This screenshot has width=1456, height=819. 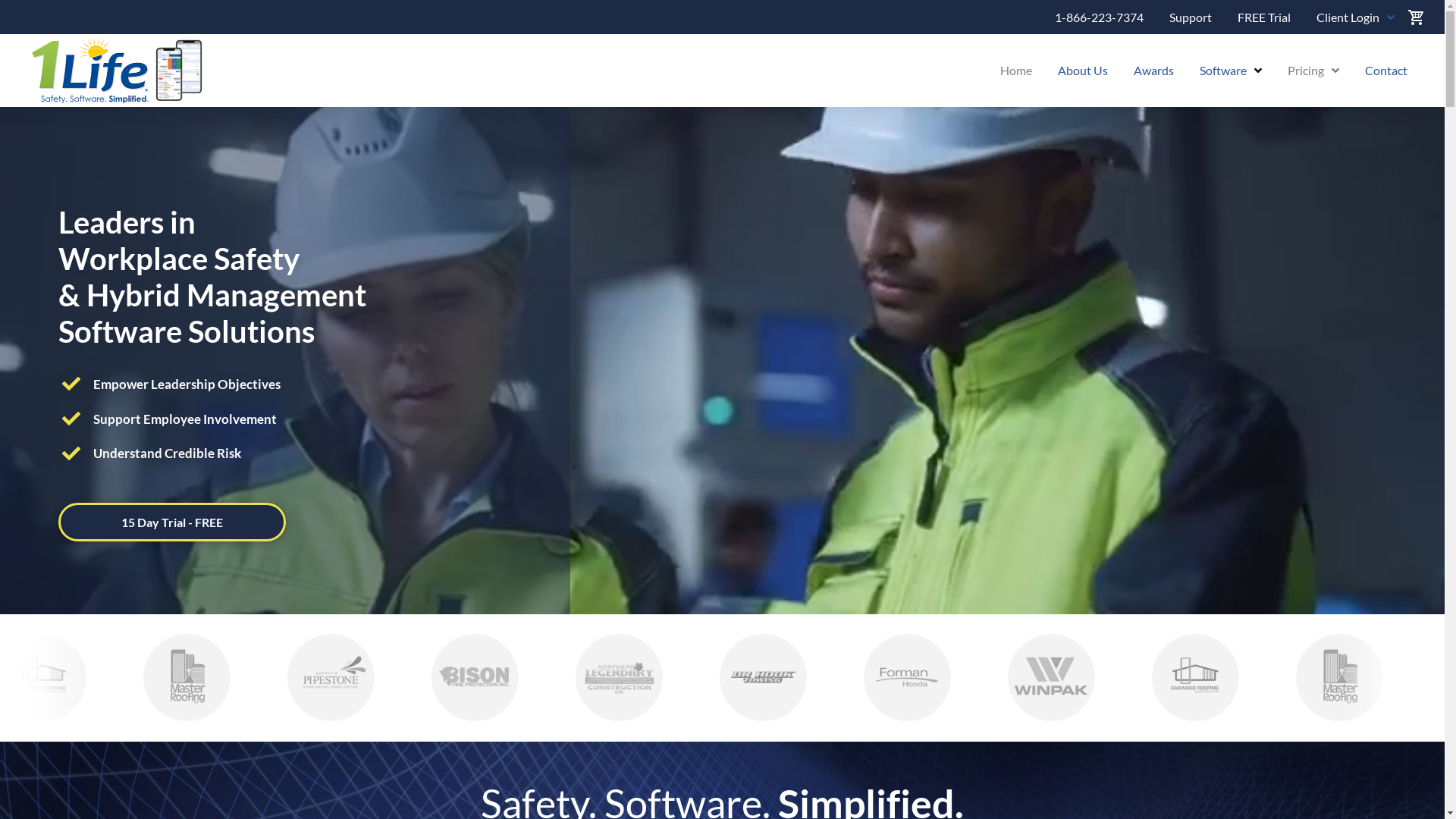 What do you see at coordinates (878, 676) in the screenshot?
I see `'Foreman Honda'` at bounding box center [878, 676].